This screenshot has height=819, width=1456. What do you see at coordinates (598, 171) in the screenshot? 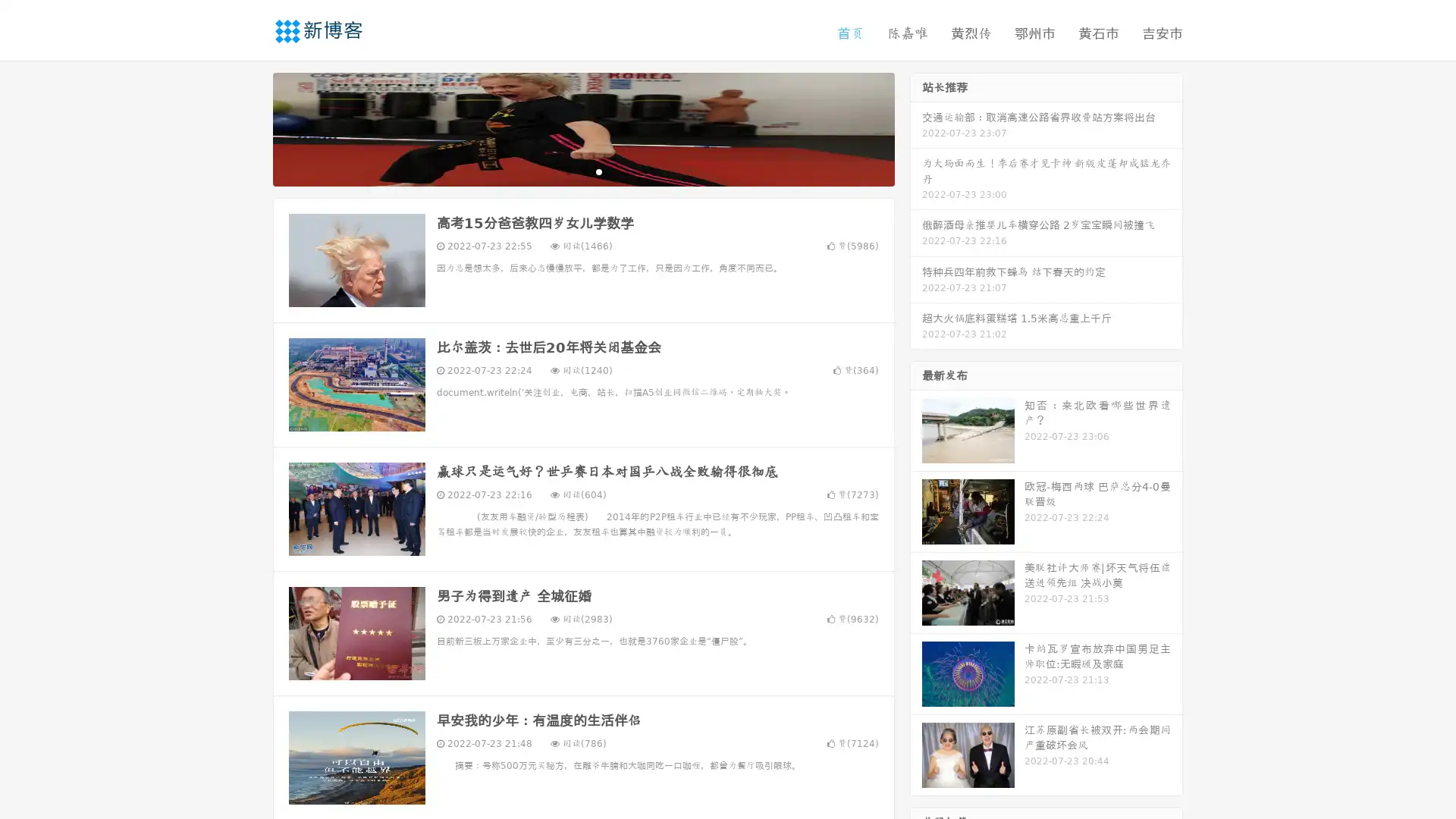
I see `Go to slide 3` at bounding box center [598, 171].